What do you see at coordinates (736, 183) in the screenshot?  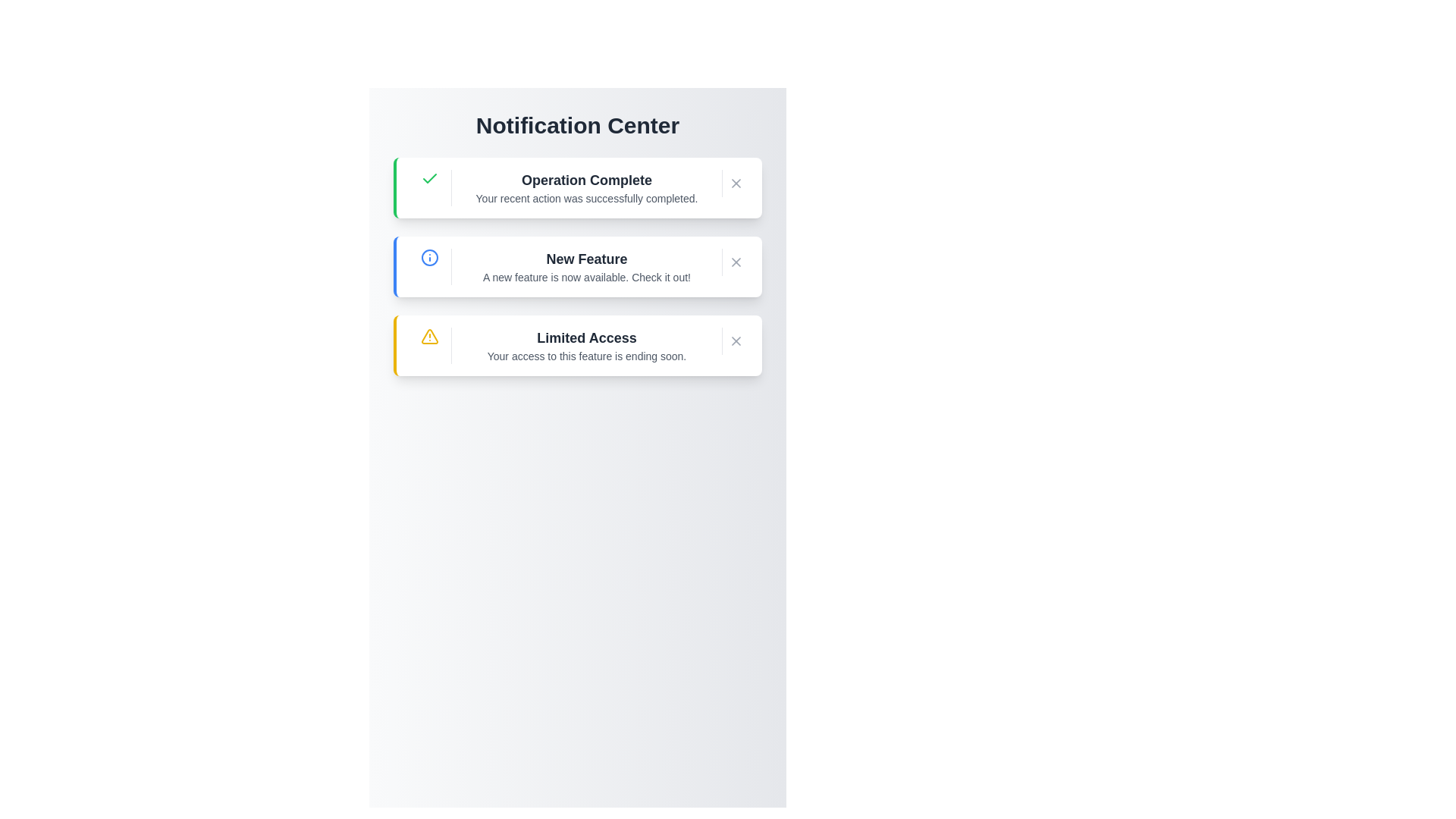 I see `the close button located at the upper-right corner of the 'Operation Complete' notification card` at bounding box center [736, 183].